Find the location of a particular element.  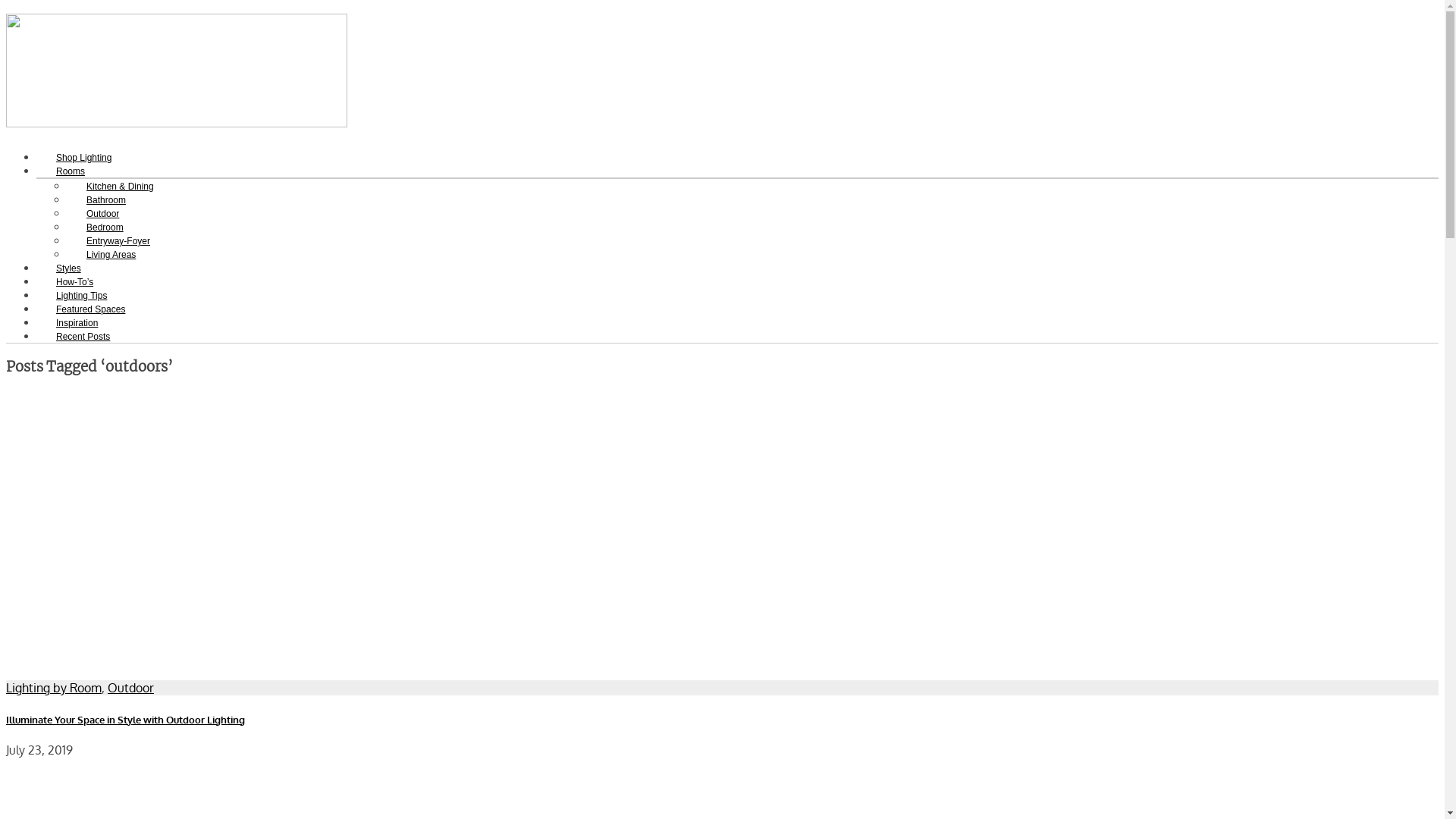

'Recent Posts' is located at coordinates (82, 335).